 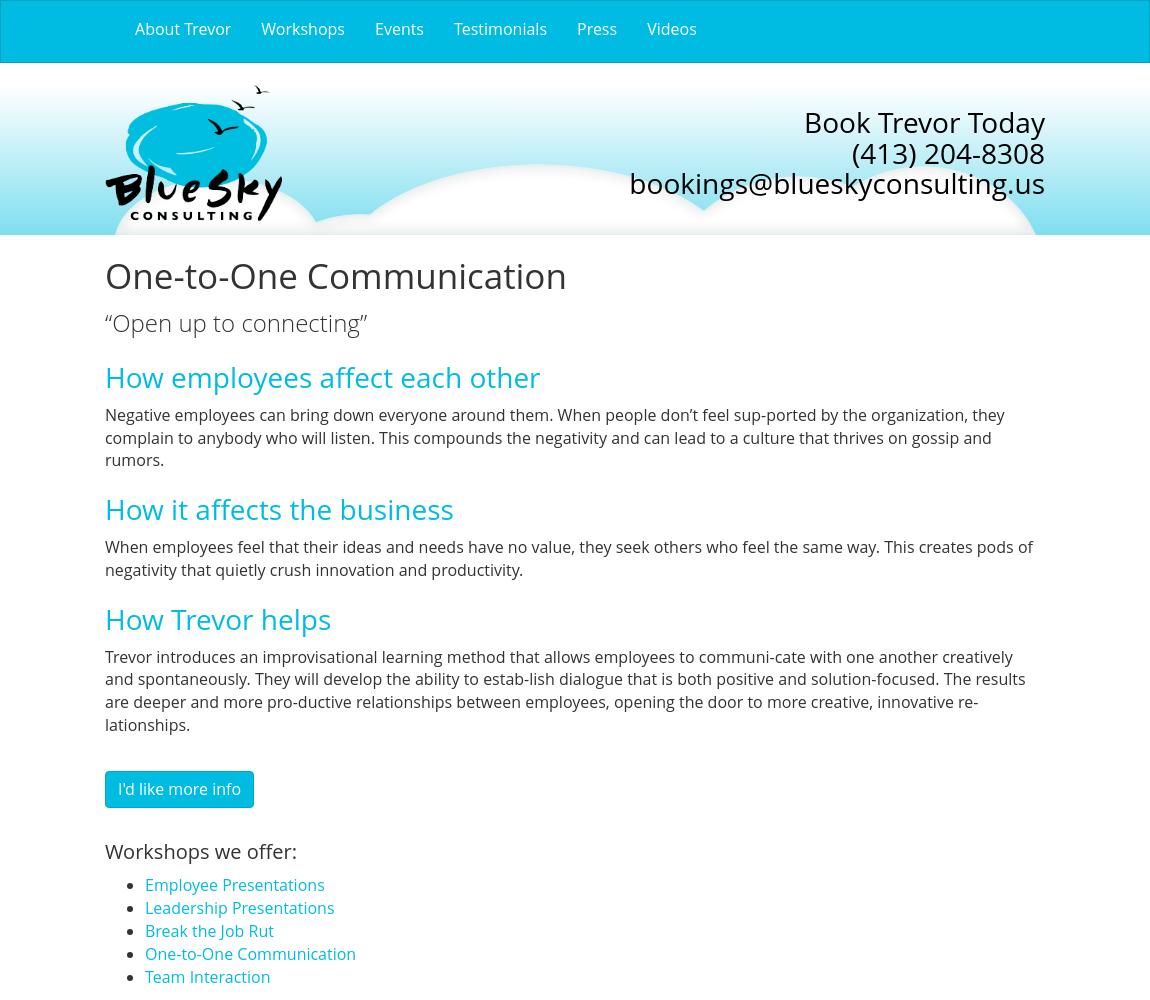 I want to click on 'Employee Presentations', so click(x=233, y=885).